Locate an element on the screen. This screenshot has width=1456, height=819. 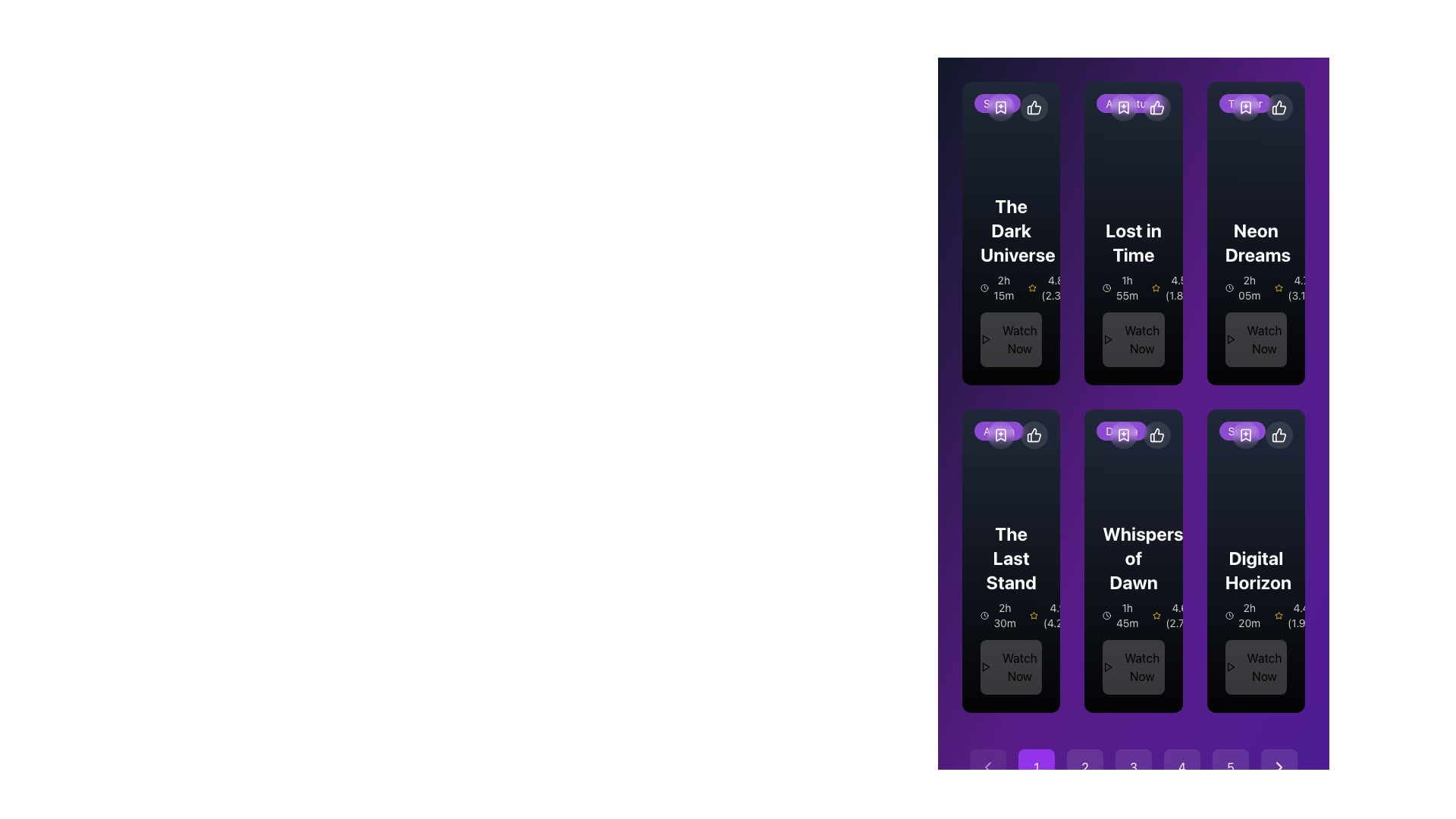
the bookmark action button located in the top-left corner of the second row of content items, which allows users to save or mark the related content item for later is located at coordinates (1001, 435).